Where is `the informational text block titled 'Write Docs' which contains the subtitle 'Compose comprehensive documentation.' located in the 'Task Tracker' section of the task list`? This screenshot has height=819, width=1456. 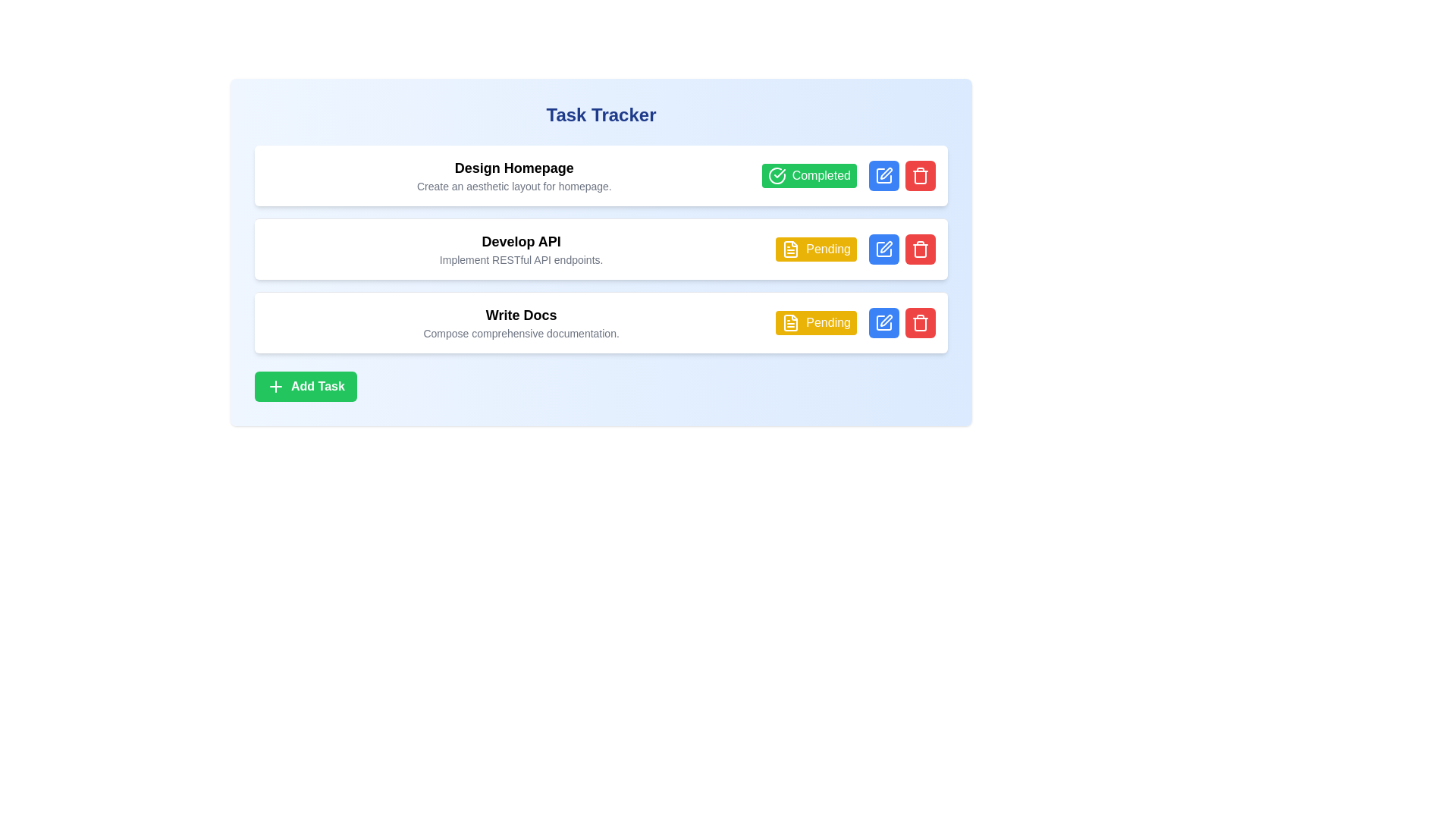 the informational text block titled 'Write Docs' which contains the subtitle 'Compose comprehensive documentation.' located in the 'Task Tracker' section of the task list is located at coordinates (521, 322).